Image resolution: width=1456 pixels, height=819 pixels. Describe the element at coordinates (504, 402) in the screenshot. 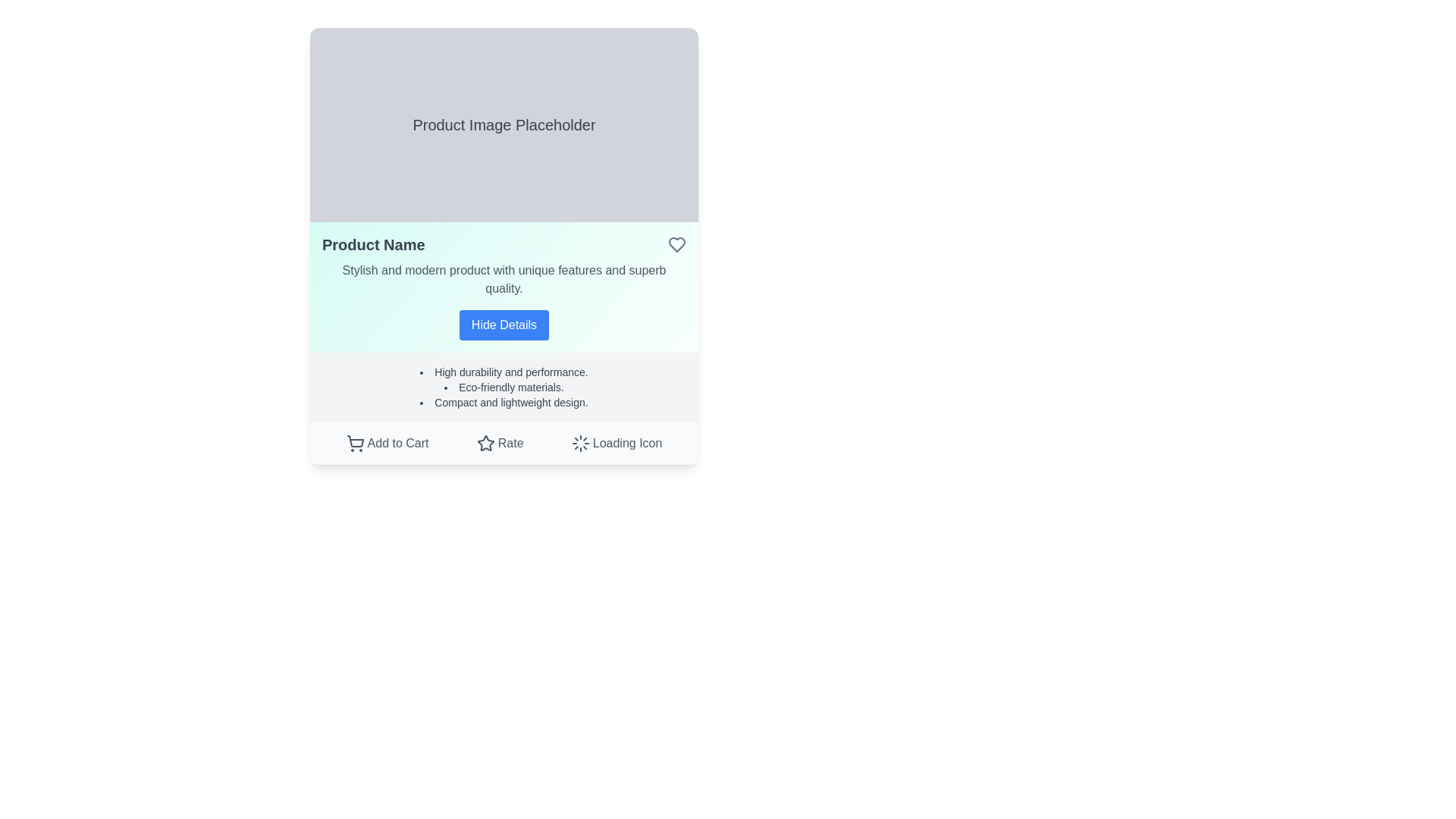

I see `the text element that reads 'Compact and lightweight design.', which is the third bullet point in a list below the 'Hide Details' button` at that location.